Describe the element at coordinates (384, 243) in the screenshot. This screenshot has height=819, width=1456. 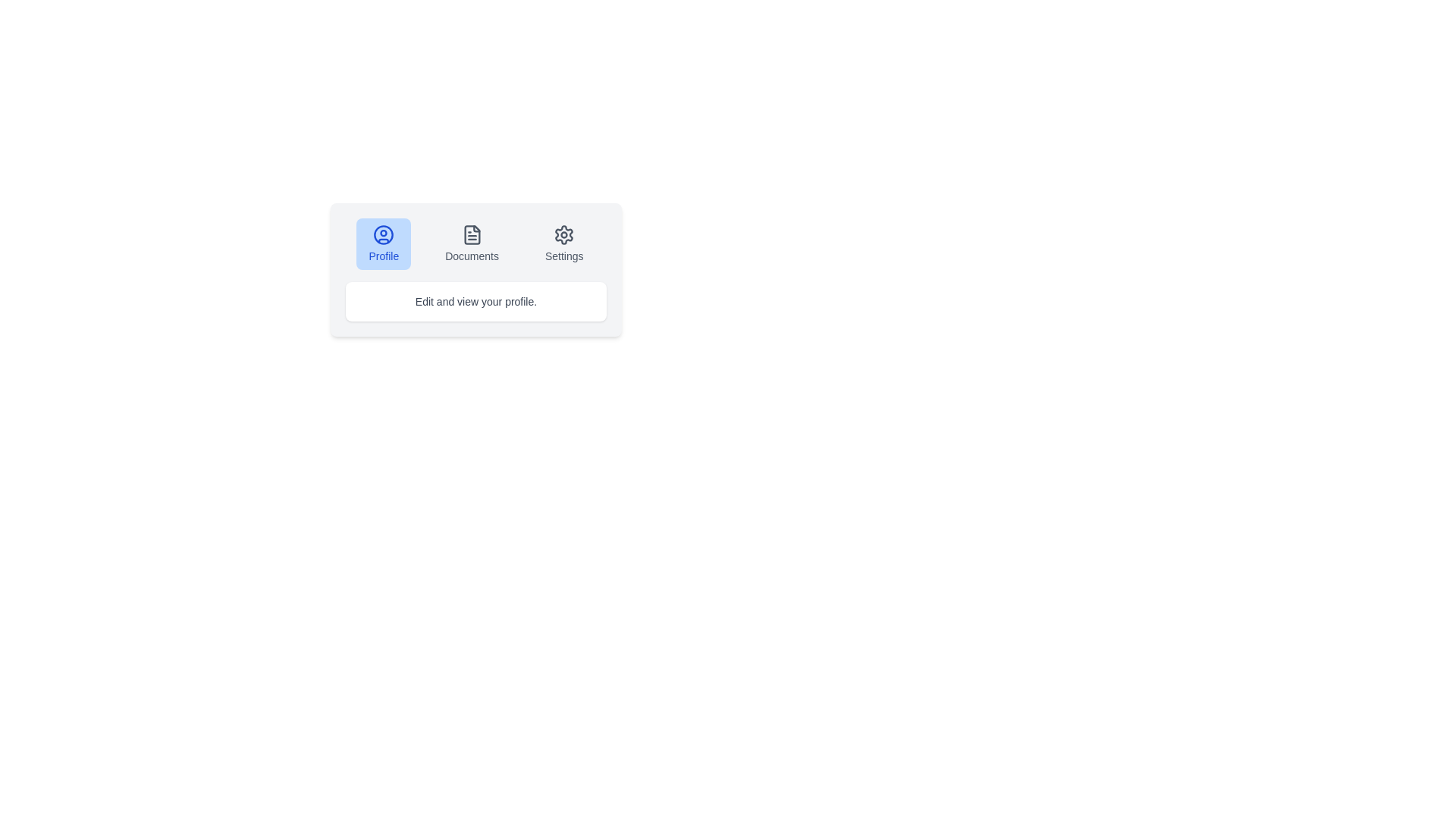
I see `the 'Profile' button, which is a rounded square with a light blue background and a blue user icon above the label 'Profile'` at that location.